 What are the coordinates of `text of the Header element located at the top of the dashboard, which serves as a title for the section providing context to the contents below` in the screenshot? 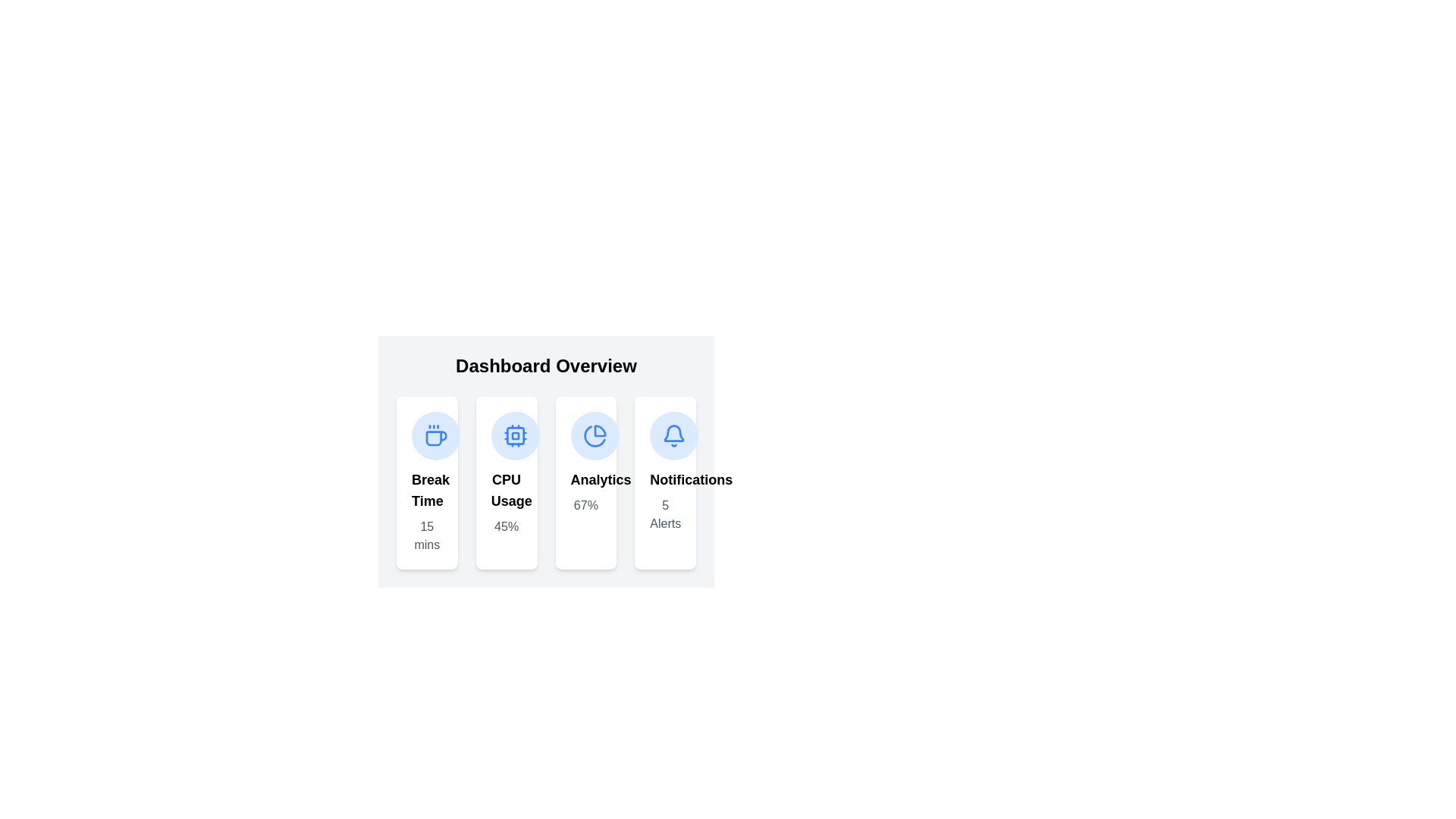 It's located at (546, 366).